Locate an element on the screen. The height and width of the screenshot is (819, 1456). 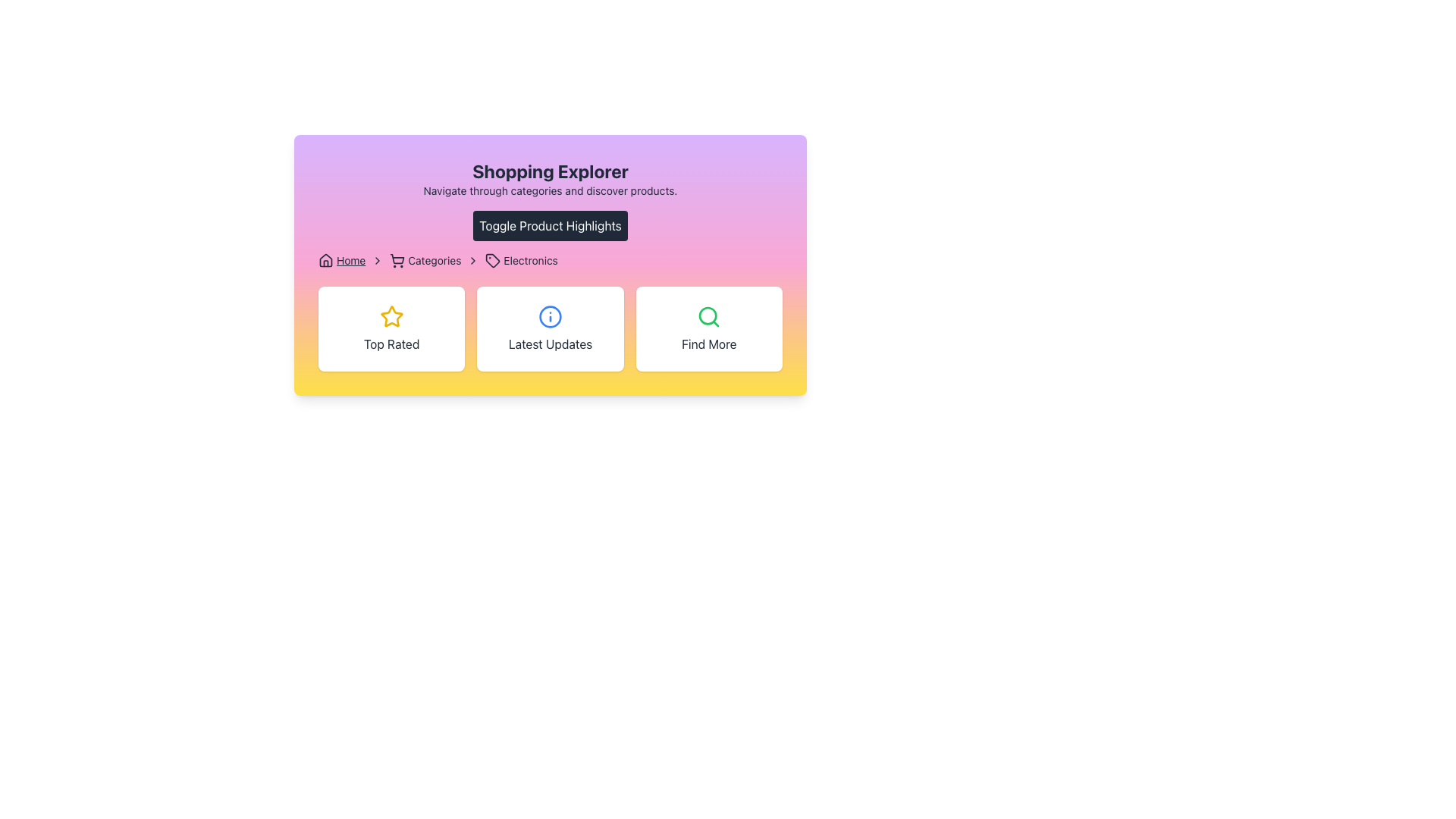
the breadcrumb text element indicating the current location in the shopping application, positioned between 'Home' and 'Electronics' is located at coordinates (425, 259).